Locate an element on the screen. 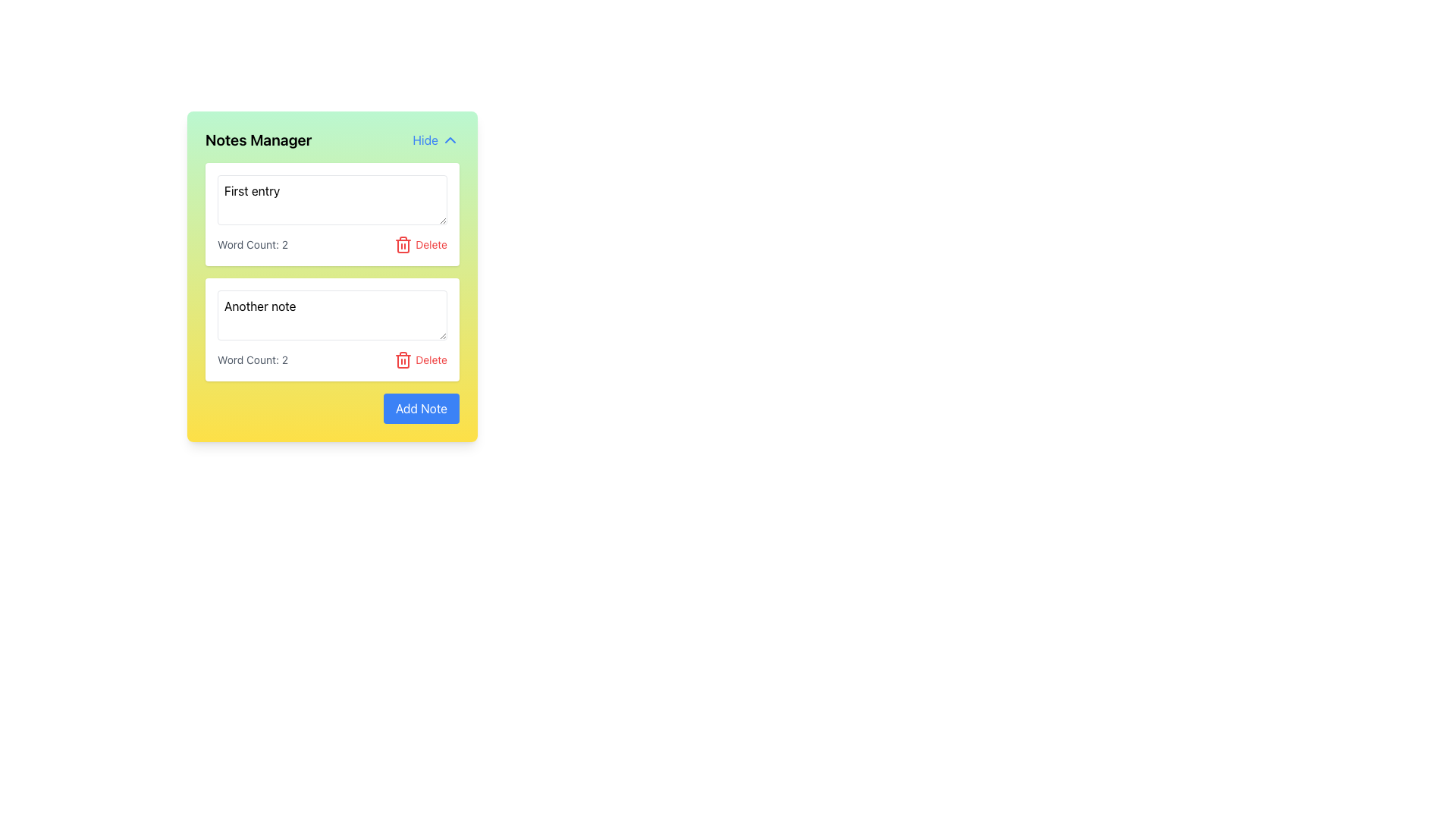 This screenshot has width=1456, height=819. the 'Delete' text label, which is red-colored and located in the lower section of the component containing the second note, adjacent to a red trash icon is located at coordinates (431, 359).